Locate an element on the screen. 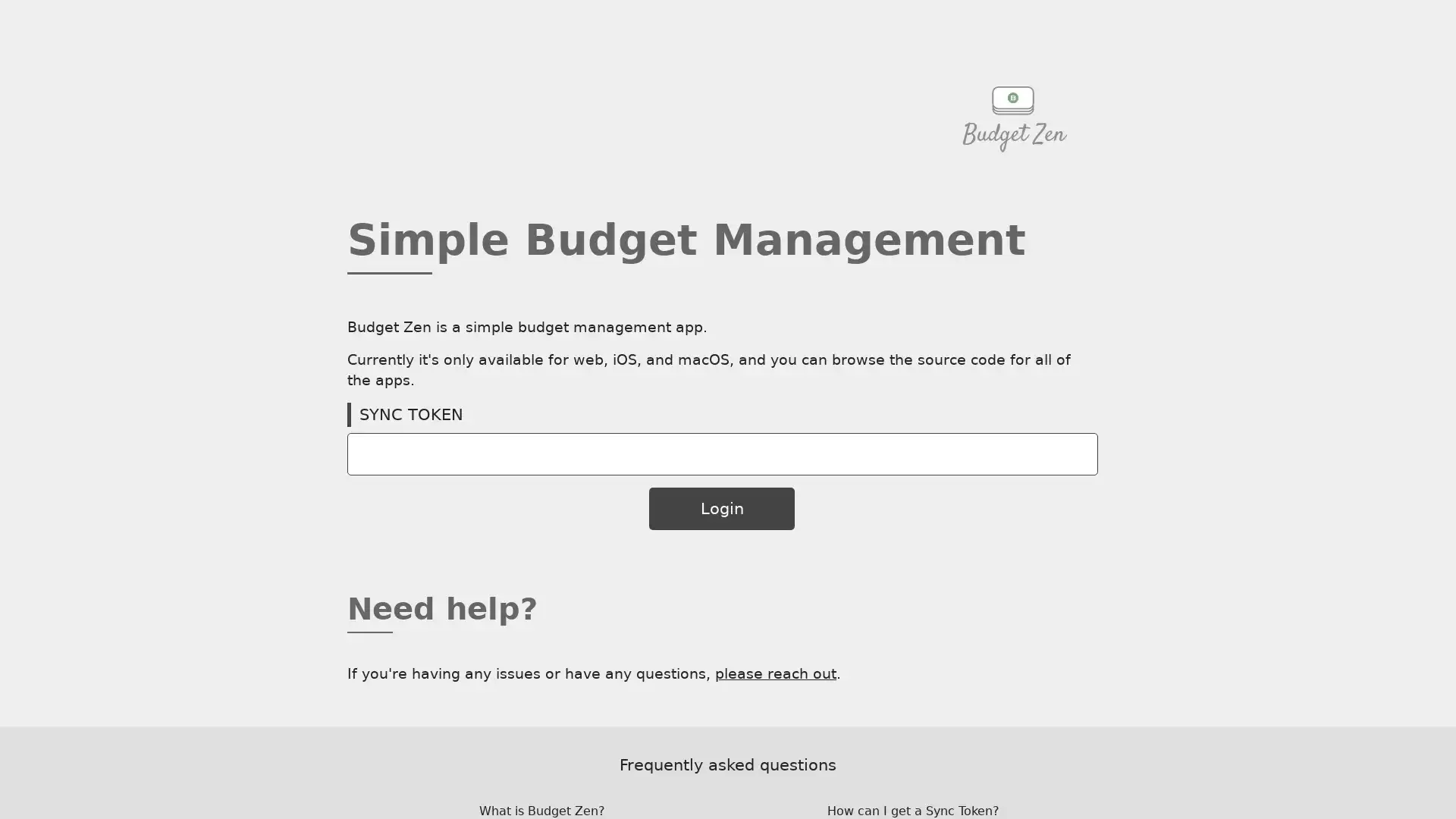 The height and width of the screenshot is (819, 1456). Login is located at coordinates (720, 508).